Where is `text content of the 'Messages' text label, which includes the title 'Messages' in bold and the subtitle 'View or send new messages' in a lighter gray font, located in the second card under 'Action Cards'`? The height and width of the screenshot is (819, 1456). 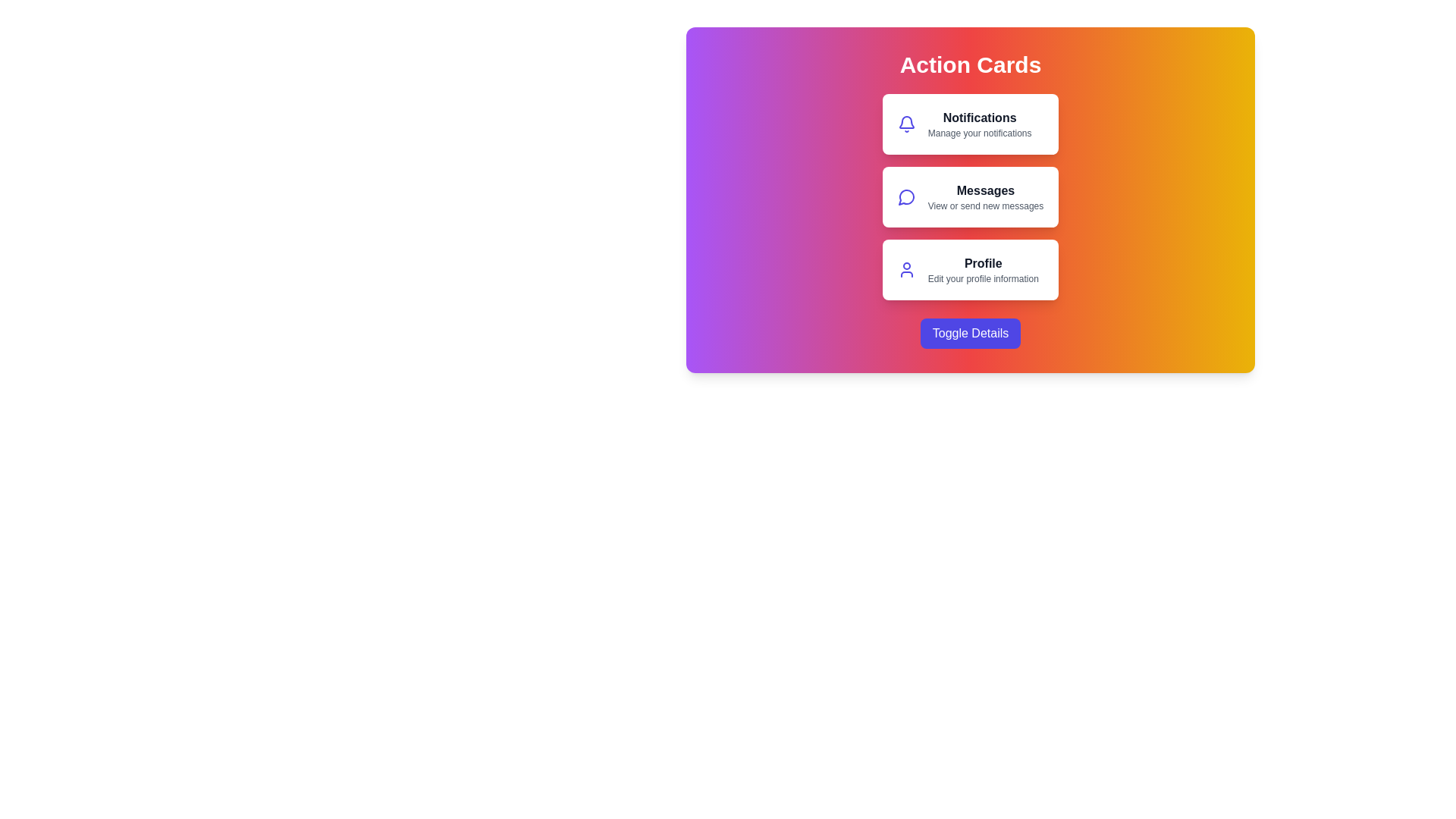 text content of the 'Messages' text label, which includes the title 'Messages' in bold and the subtitle 'View or send new messages' in a lighter gray font, located in the second card under 'Action Cards' is located at coordinates (986, 196).